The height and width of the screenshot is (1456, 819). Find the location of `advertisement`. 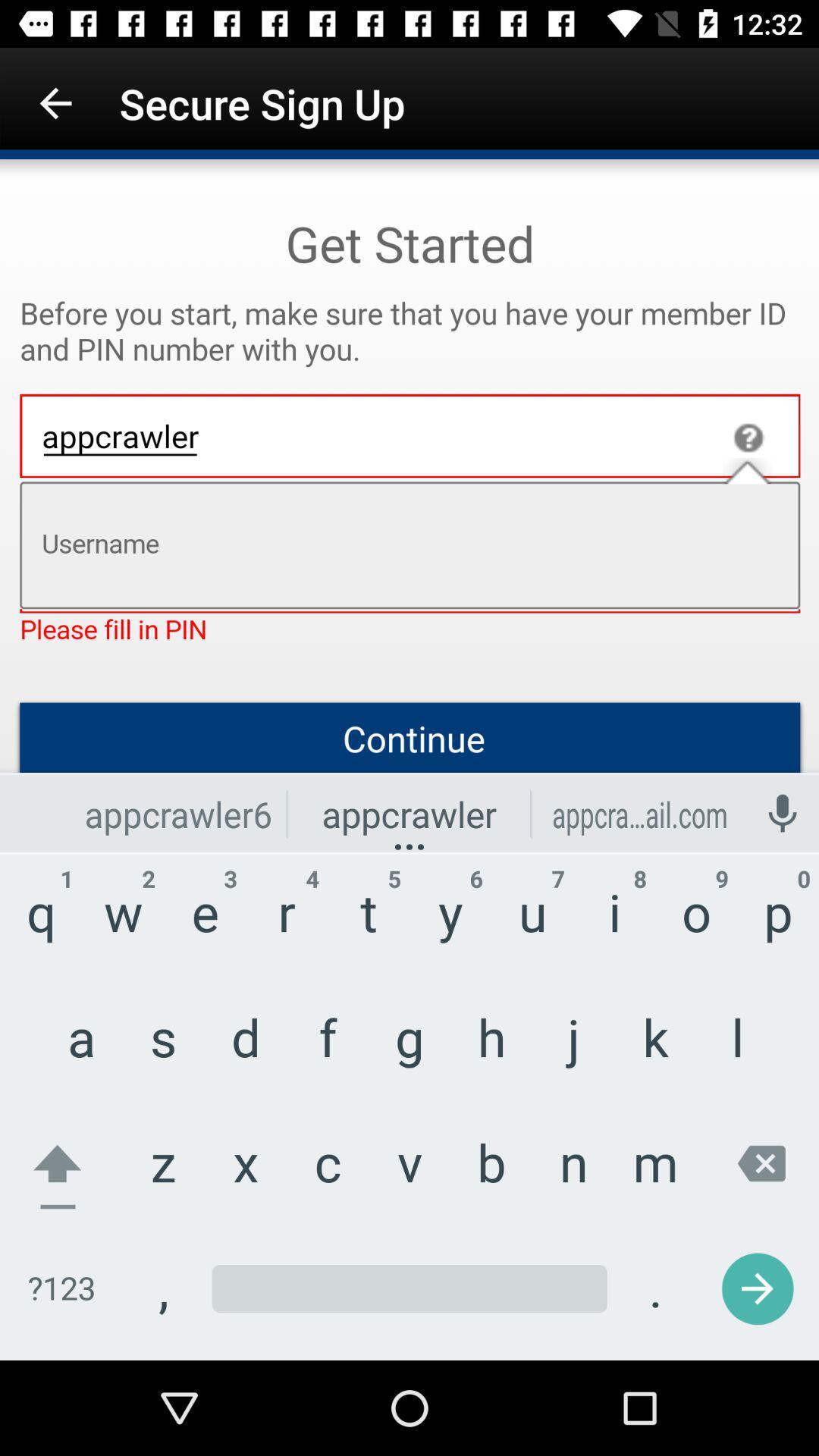

advertisement is located at coordinates (409, 760).